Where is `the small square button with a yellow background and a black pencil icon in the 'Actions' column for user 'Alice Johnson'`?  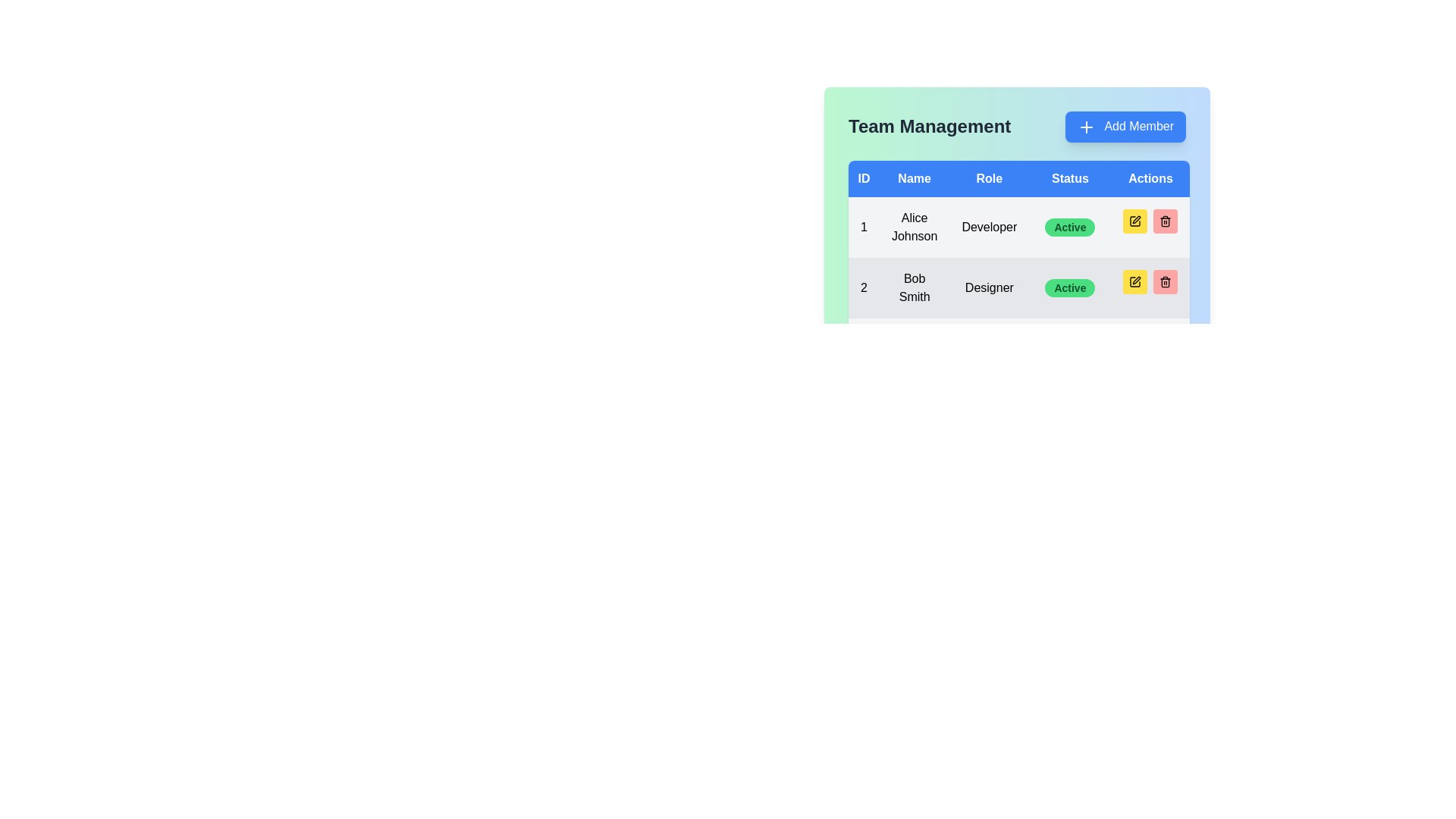 the small square button with a yellow background and a black pencil icon in the 'Actions' column for user 'Alice Johnson' is located at coordinates (1135, 221).